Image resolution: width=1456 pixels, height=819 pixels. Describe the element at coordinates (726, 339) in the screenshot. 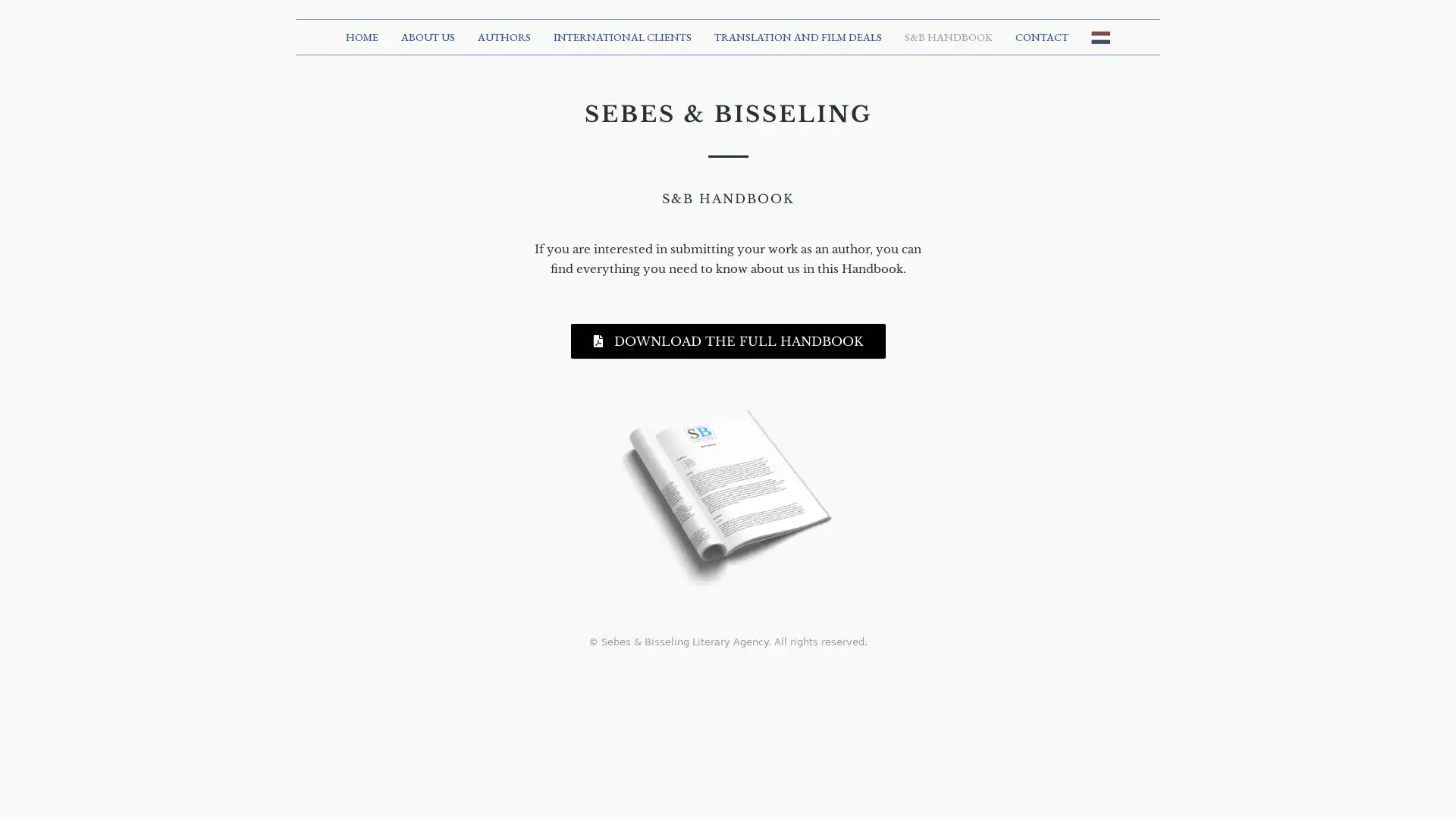

I see `DOWNLOAD THE FULL HANDBOOK` at that location.